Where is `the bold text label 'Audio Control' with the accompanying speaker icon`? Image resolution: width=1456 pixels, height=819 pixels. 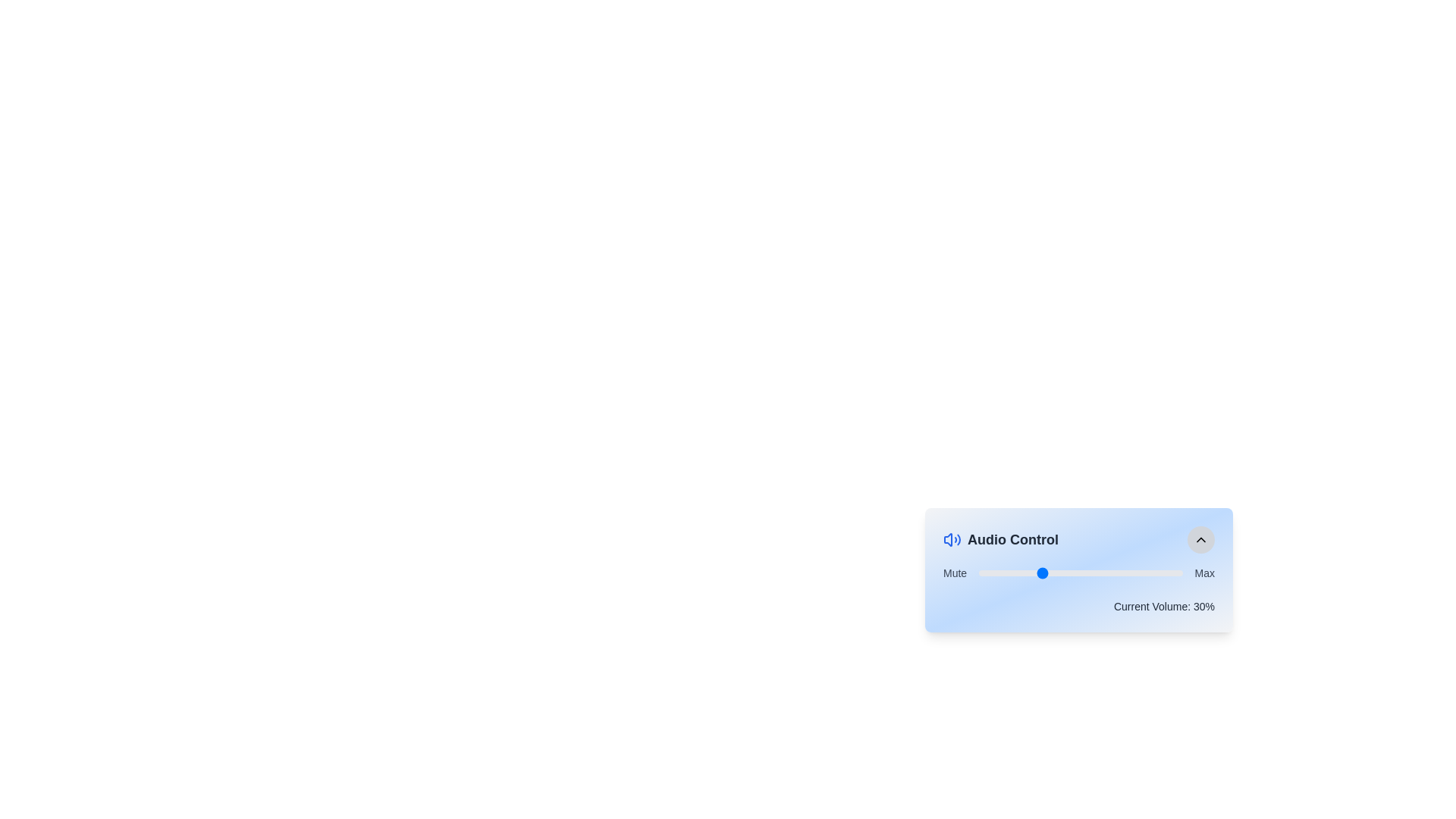 the bold text label 'Audio Control' with the accompanying speaker icon is located at coordinates (1001, 539).